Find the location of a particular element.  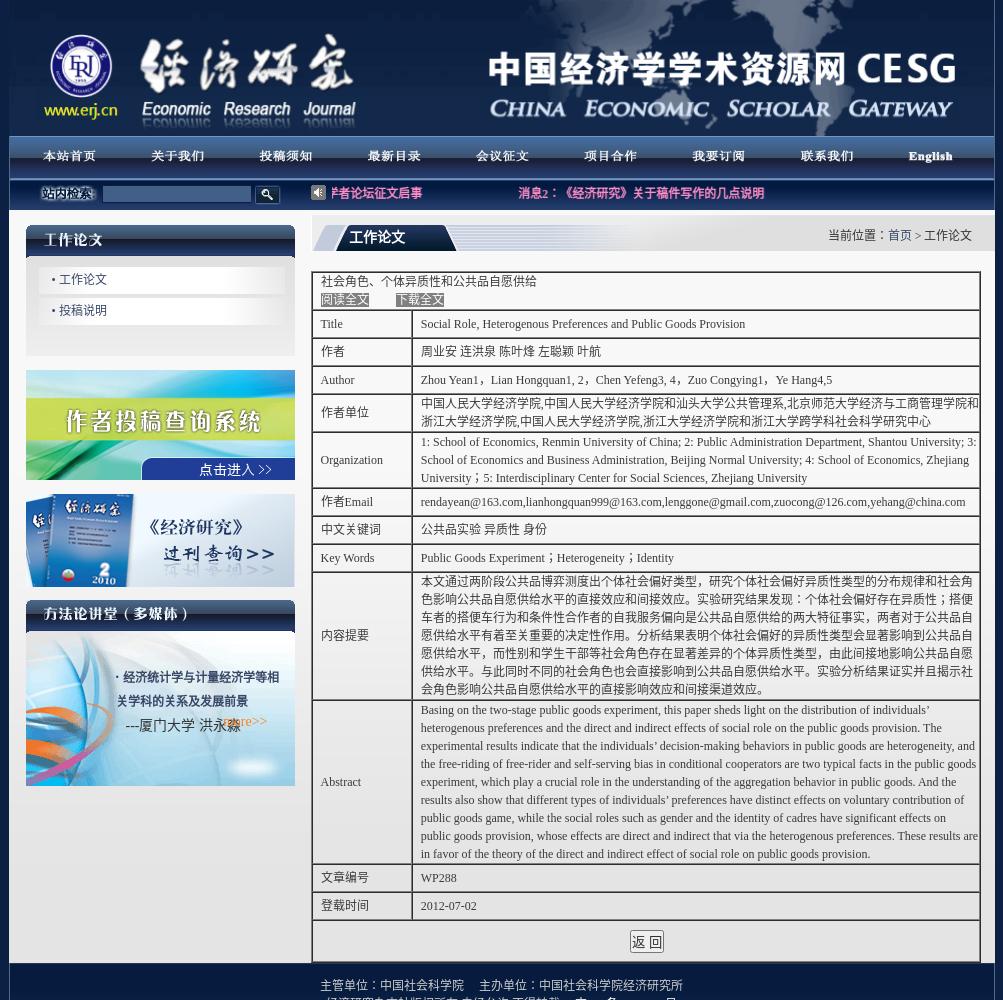

'Zhou Yean1，Lian Hongquan1, 2，Chen Yefeng3, 4，Zuo Congying1，Ye Hang4,5' is located at coordinates (628, 380).